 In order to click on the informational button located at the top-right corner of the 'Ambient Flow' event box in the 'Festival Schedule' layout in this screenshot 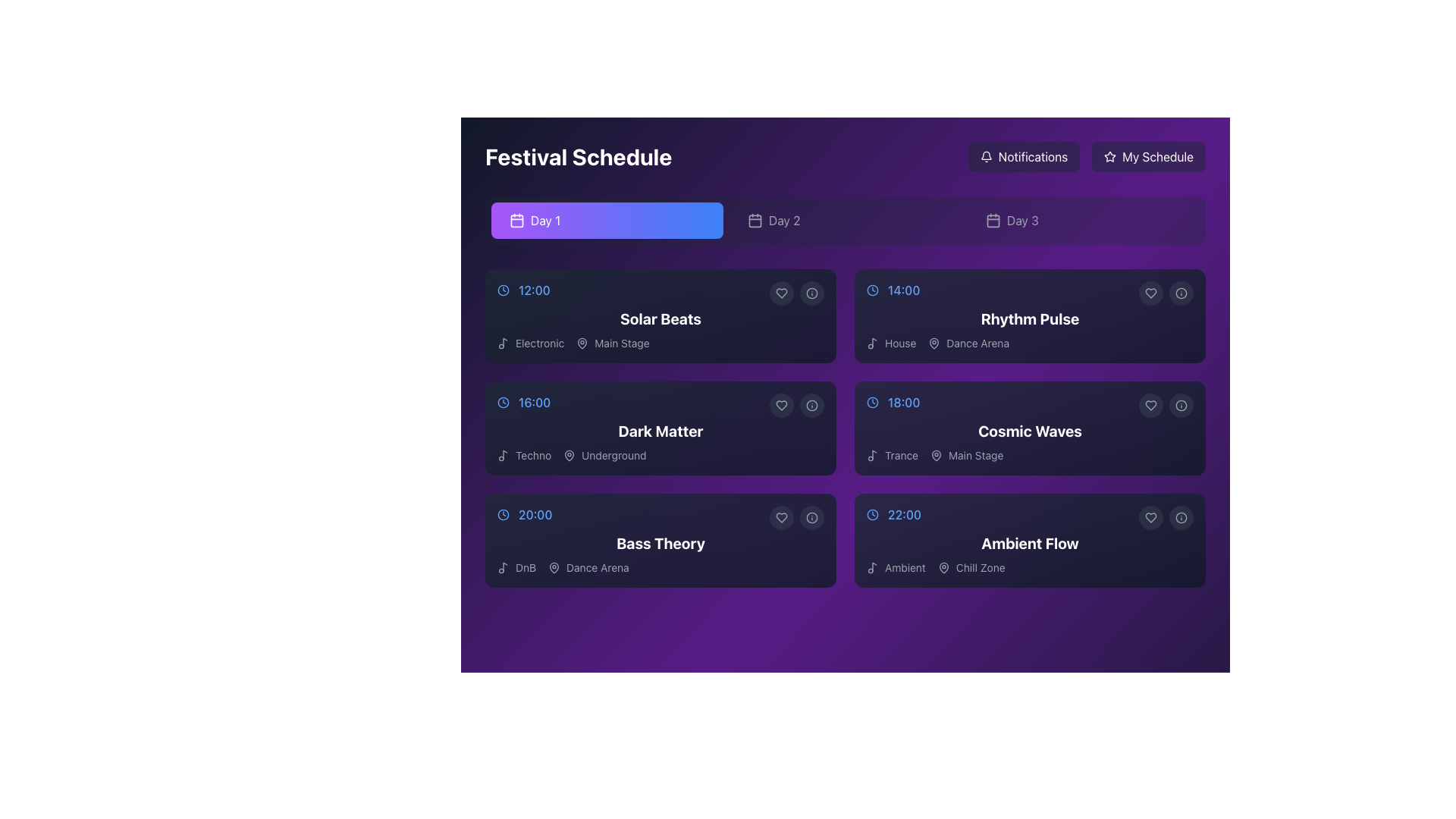, I will do `click(1181, 516)`.